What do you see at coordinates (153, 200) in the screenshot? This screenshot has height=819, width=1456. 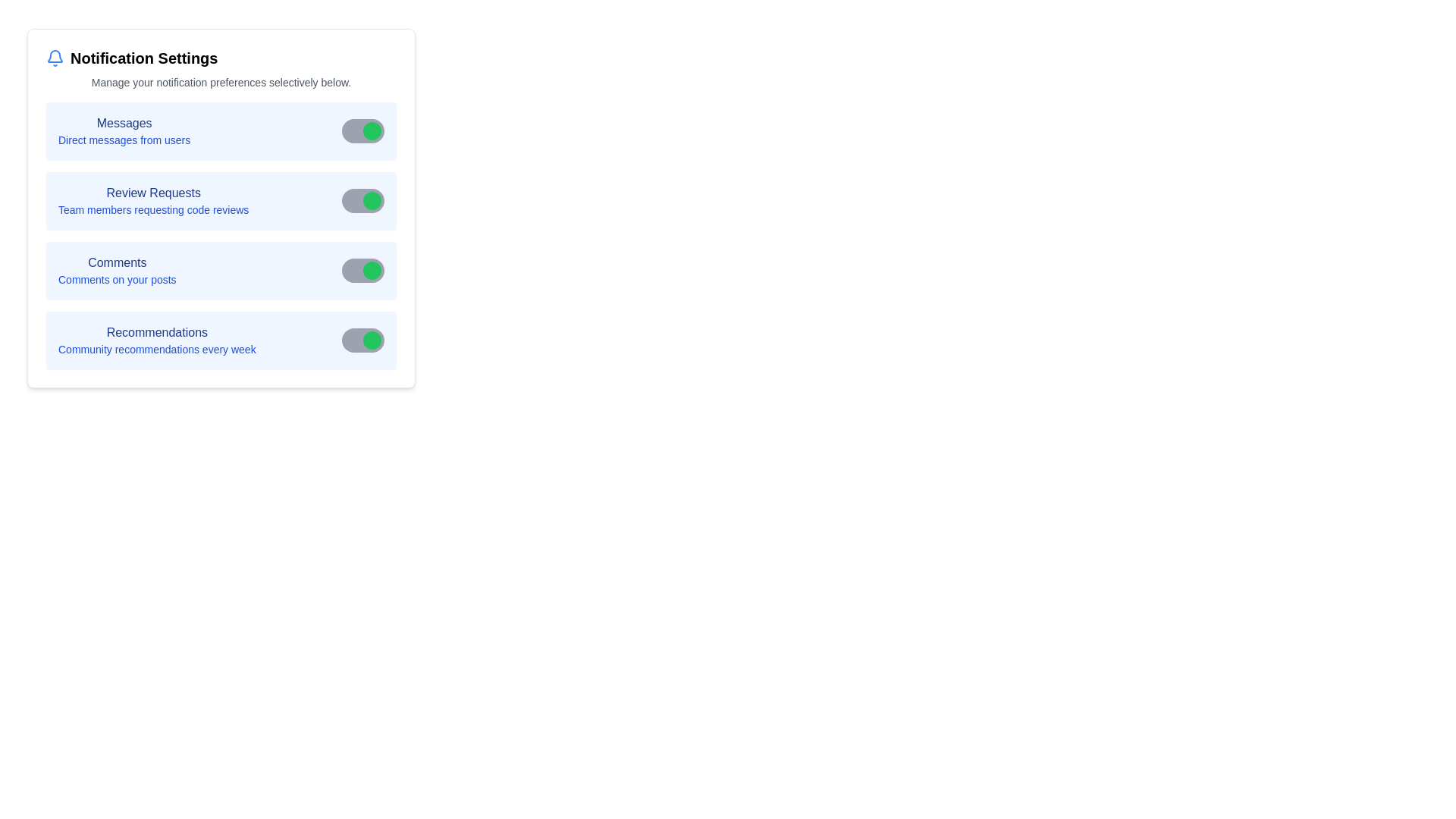 I see `the text display element titled 'Review Requests' which contains a subtitle 'Team members requesting code reviews'. This element is positioned between the 'Messages' and 'Comments' sections in the notification settings list` at bounding box center [153, 200].